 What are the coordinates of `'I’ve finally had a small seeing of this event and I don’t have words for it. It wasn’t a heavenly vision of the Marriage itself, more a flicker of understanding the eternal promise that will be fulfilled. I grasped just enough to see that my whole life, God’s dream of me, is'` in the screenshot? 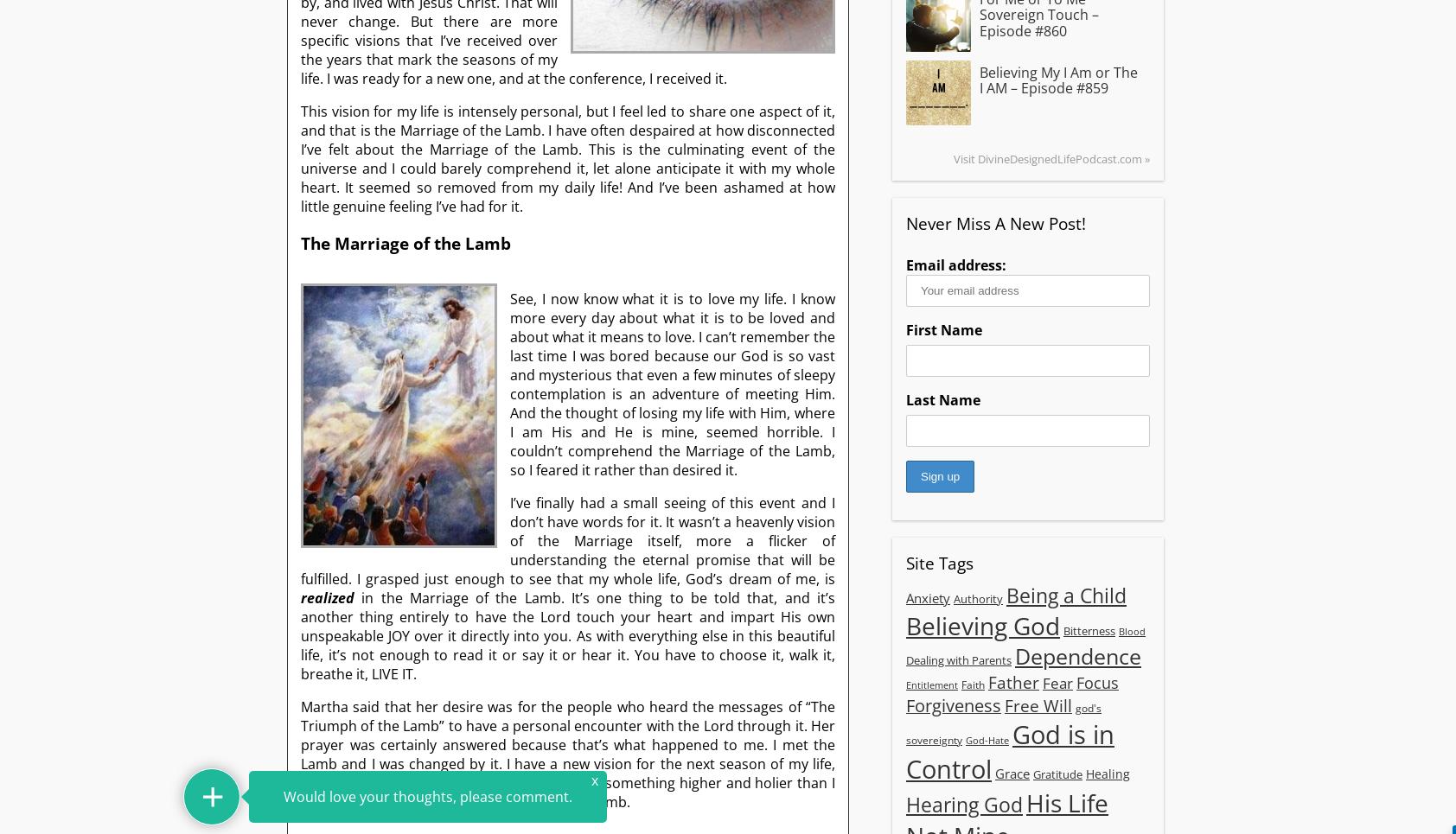 It's located at (567, 539).